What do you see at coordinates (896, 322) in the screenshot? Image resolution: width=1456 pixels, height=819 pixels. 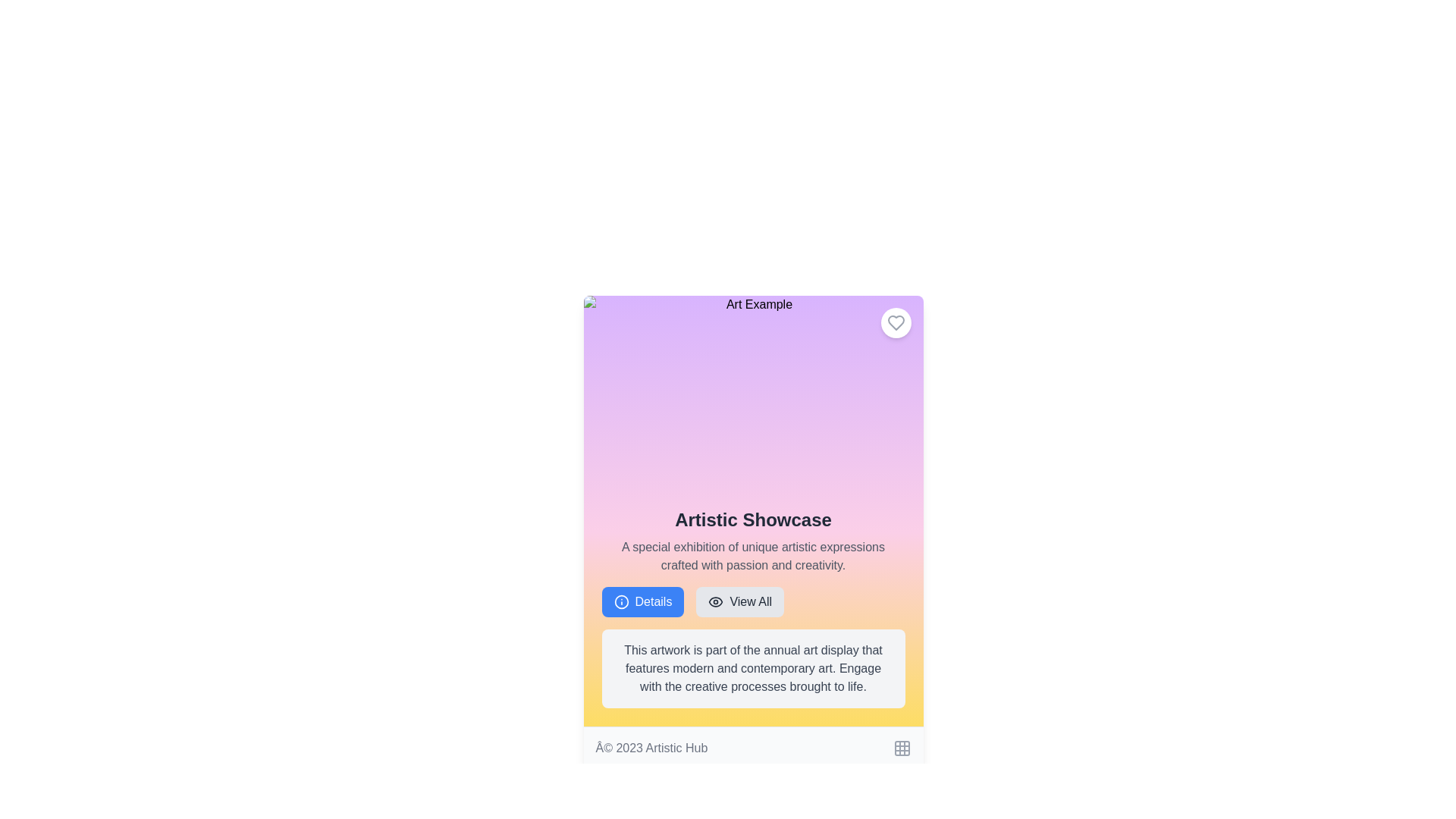 I see `the heart-shaped icon located in the top-right corner of the 'Art Example' card, which represents a 'like' or 'favorite' action` at bounding box center [896, 322].